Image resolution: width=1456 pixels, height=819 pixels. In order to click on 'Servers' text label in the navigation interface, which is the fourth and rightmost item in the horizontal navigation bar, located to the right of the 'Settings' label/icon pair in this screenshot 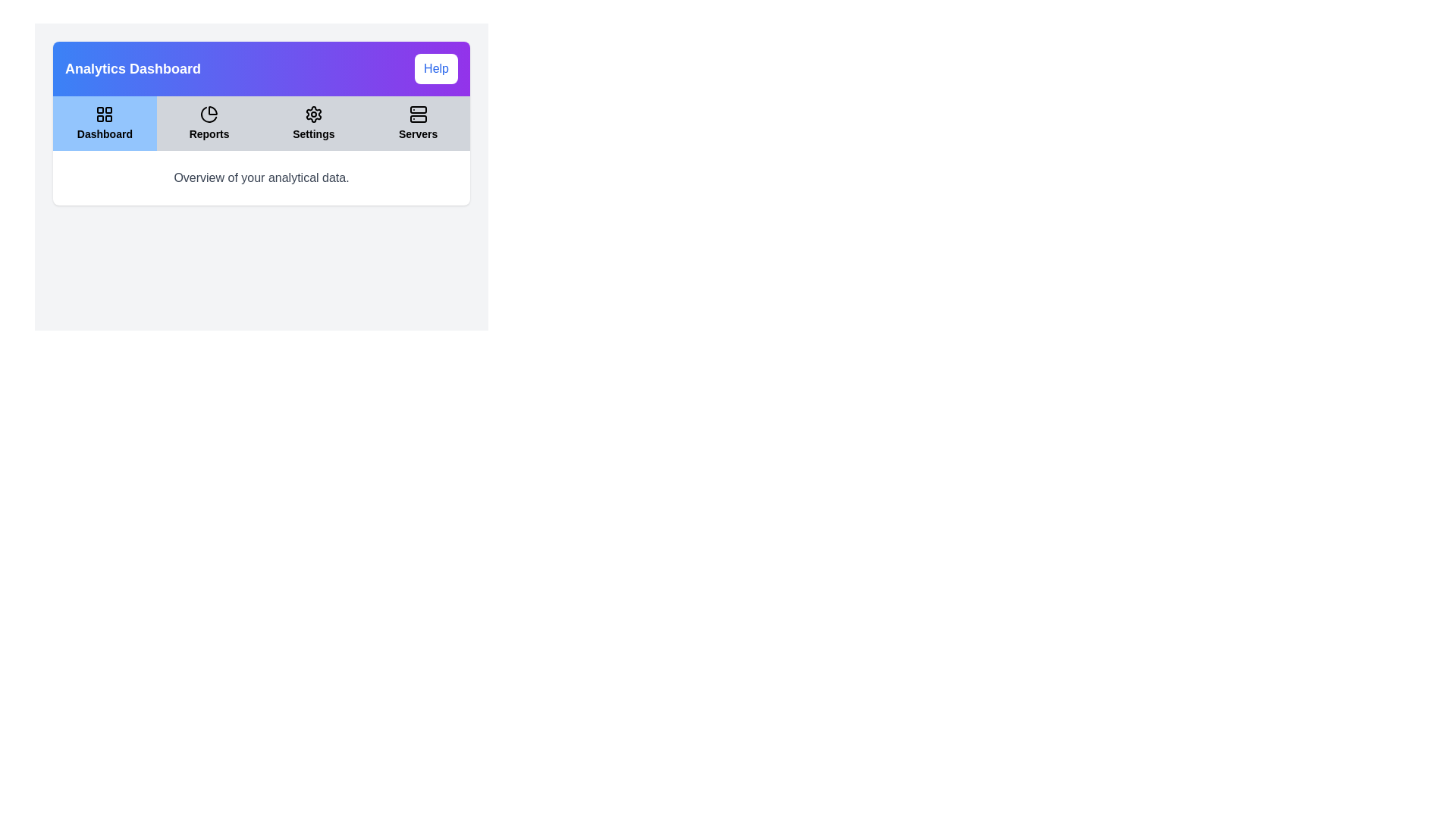, I will do `click(418, 133)`.